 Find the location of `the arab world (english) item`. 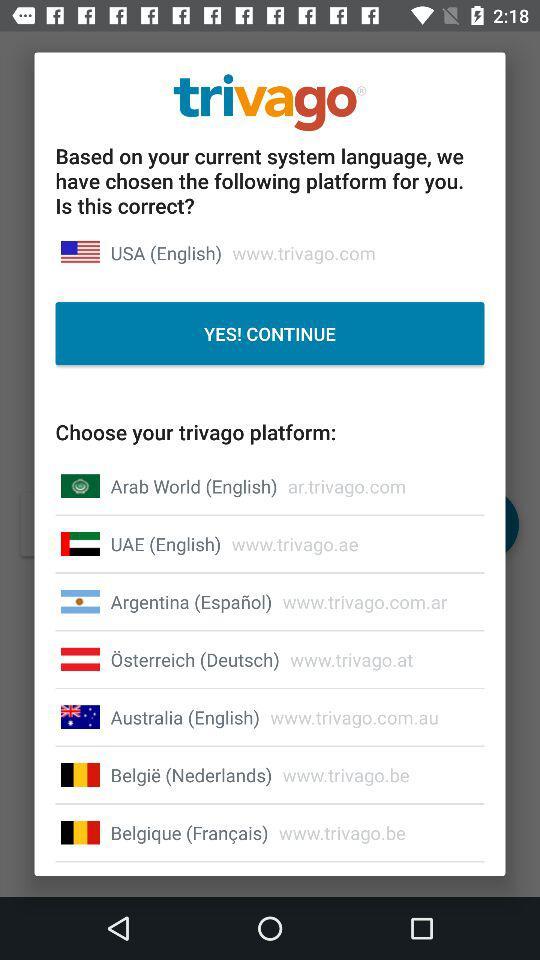

the arab world (english) item is located at coordinates (194, 485).